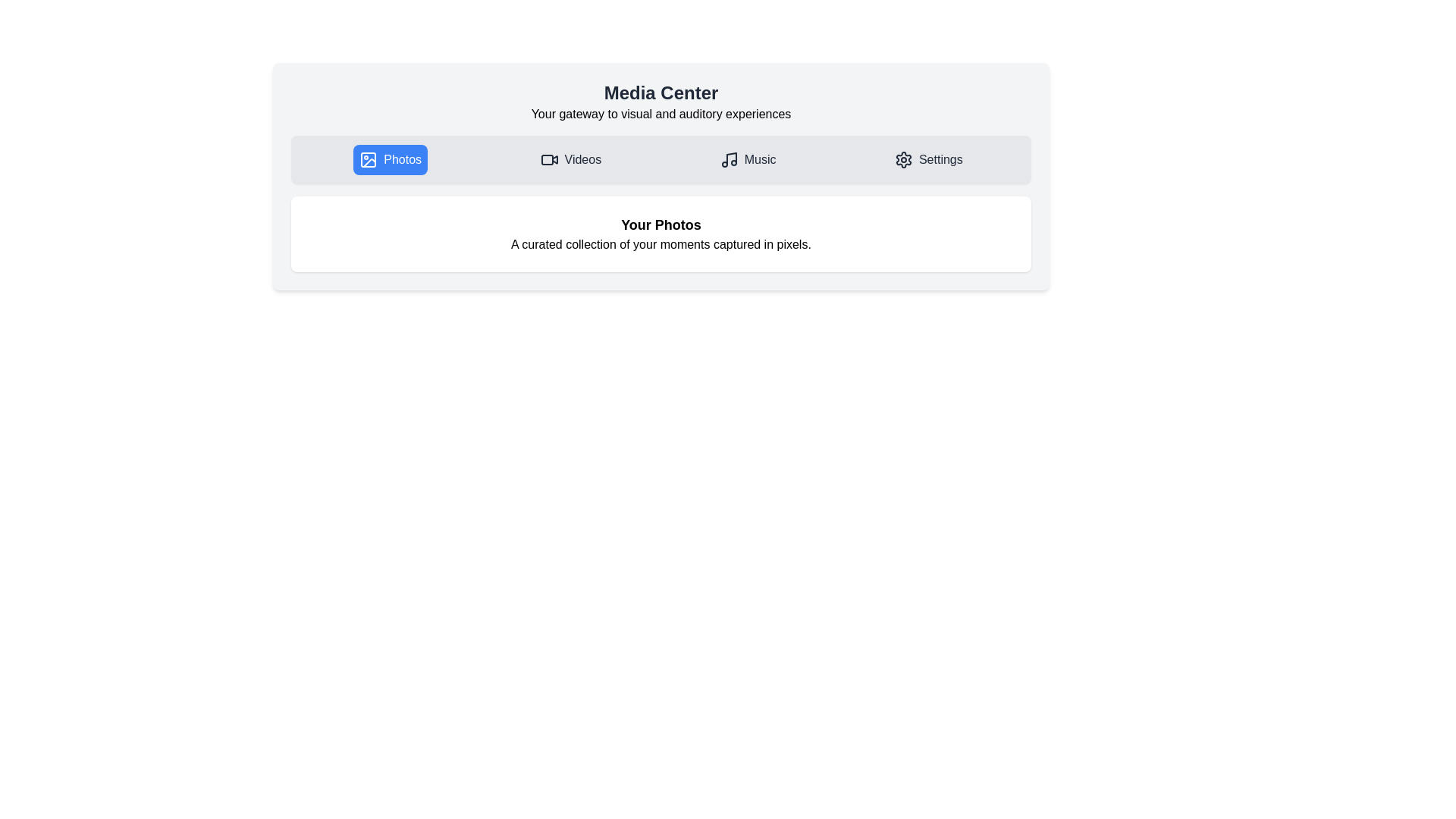 Image resolution: width=1456 pixels, height=819 pixels. I want to click on the thin, slanted line of the music note icon in the top navigation bar, located between the 'Videos' and 'Settings' icons, so click(731, 158).